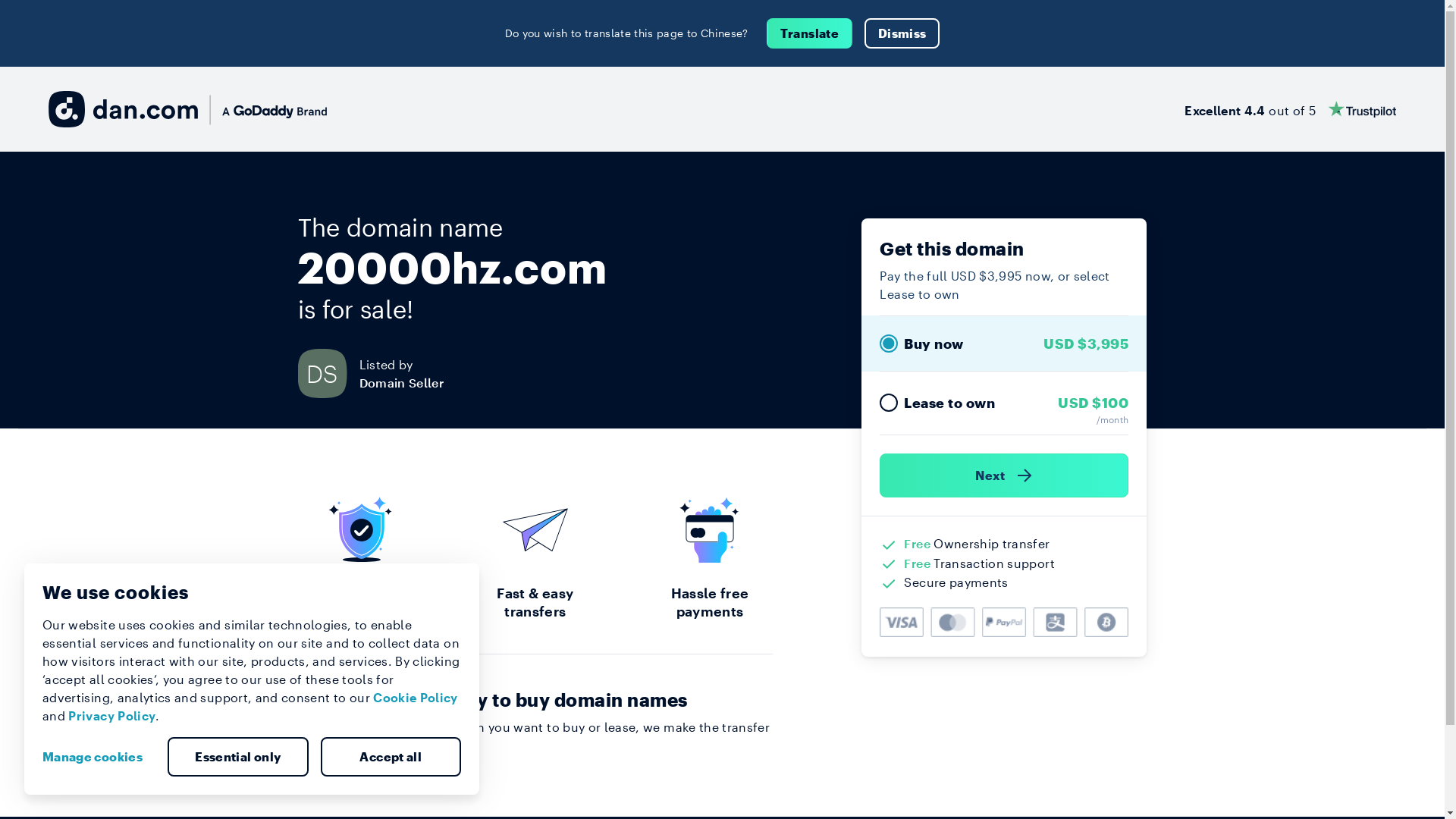  I want to click on 'Excellent 4.4 out of 5', so click(1289, 108).